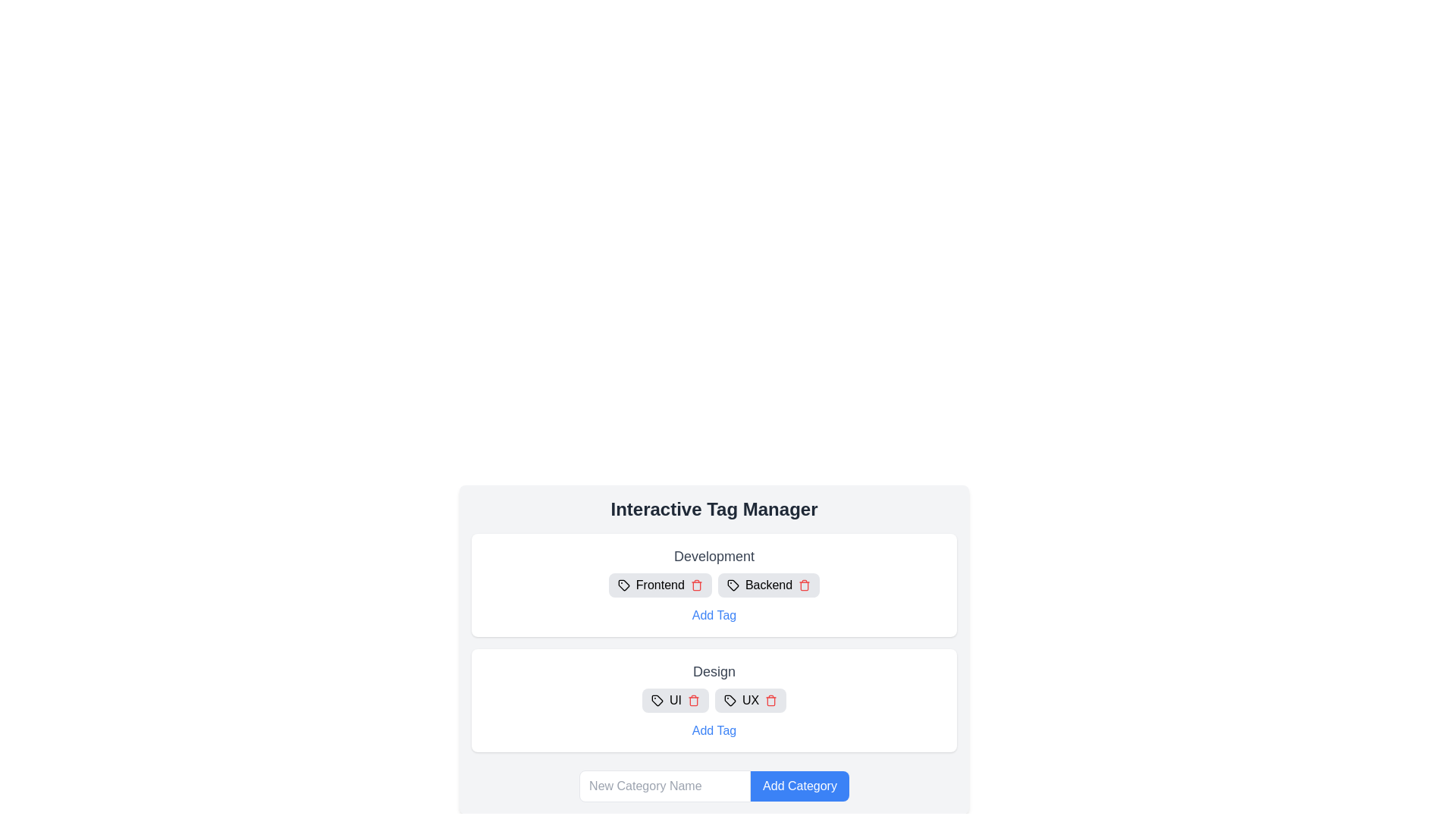 The width and height of the screenshot is (1456, 819). Describe the element at coordinates (695, 584) in the screenshot. I see `the red trash icon button next to the 'Frontend' text` at that location.